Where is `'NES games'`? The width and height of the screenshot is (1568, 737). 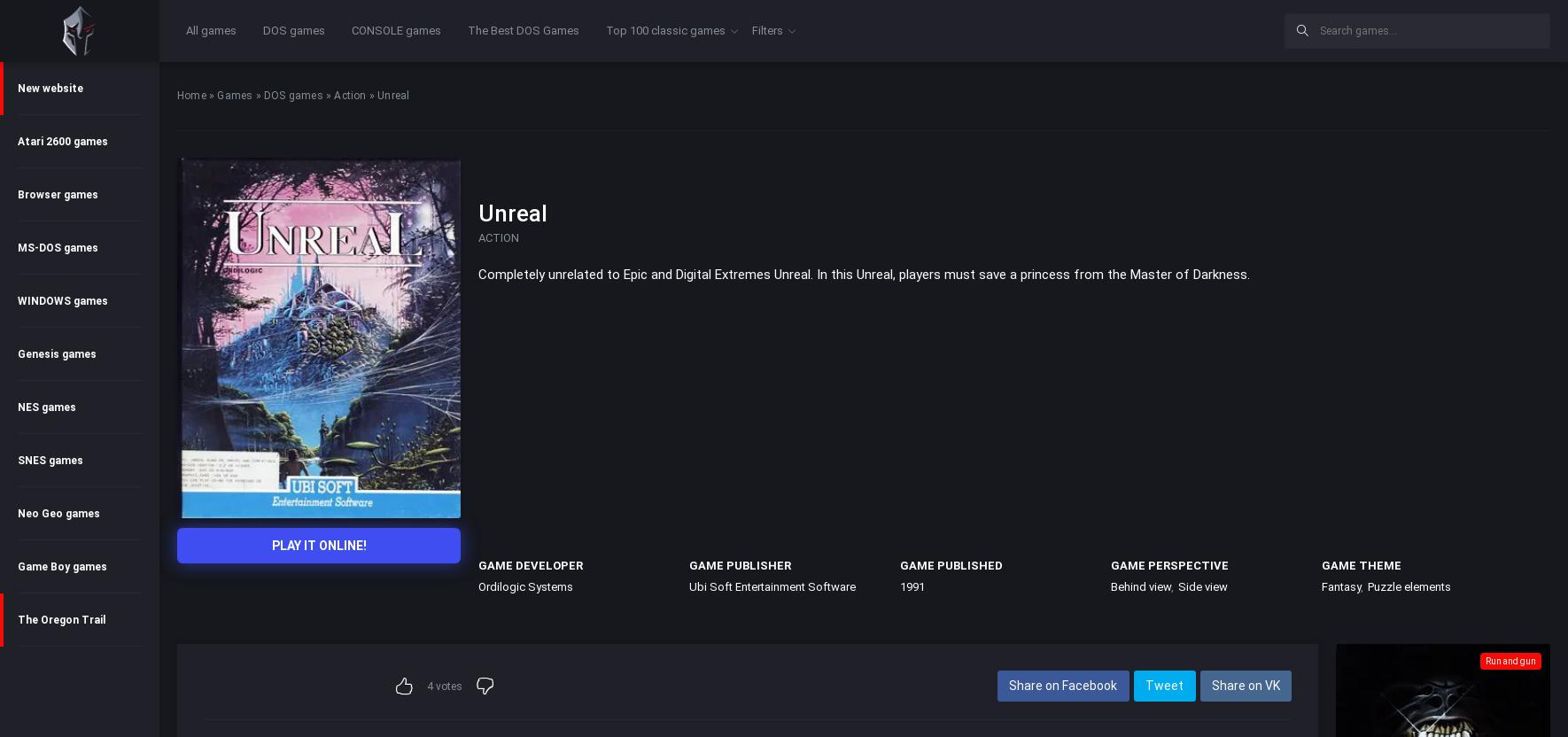 'NES games' is located at coordinates (17, 407).